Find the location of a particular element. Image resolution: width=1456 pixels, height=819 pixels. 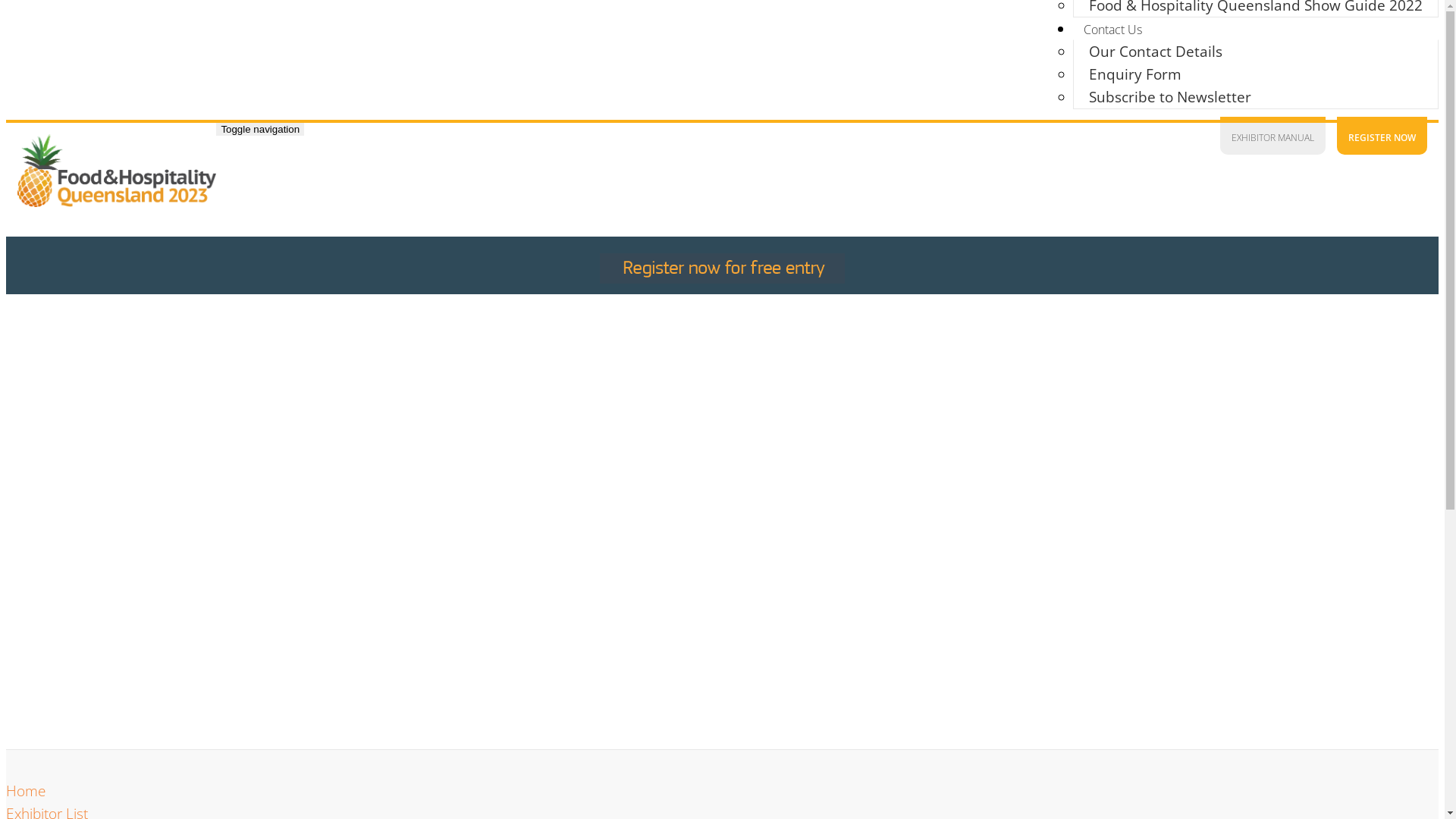

'Our Contact Details' is located at coordinates (1073, 51).